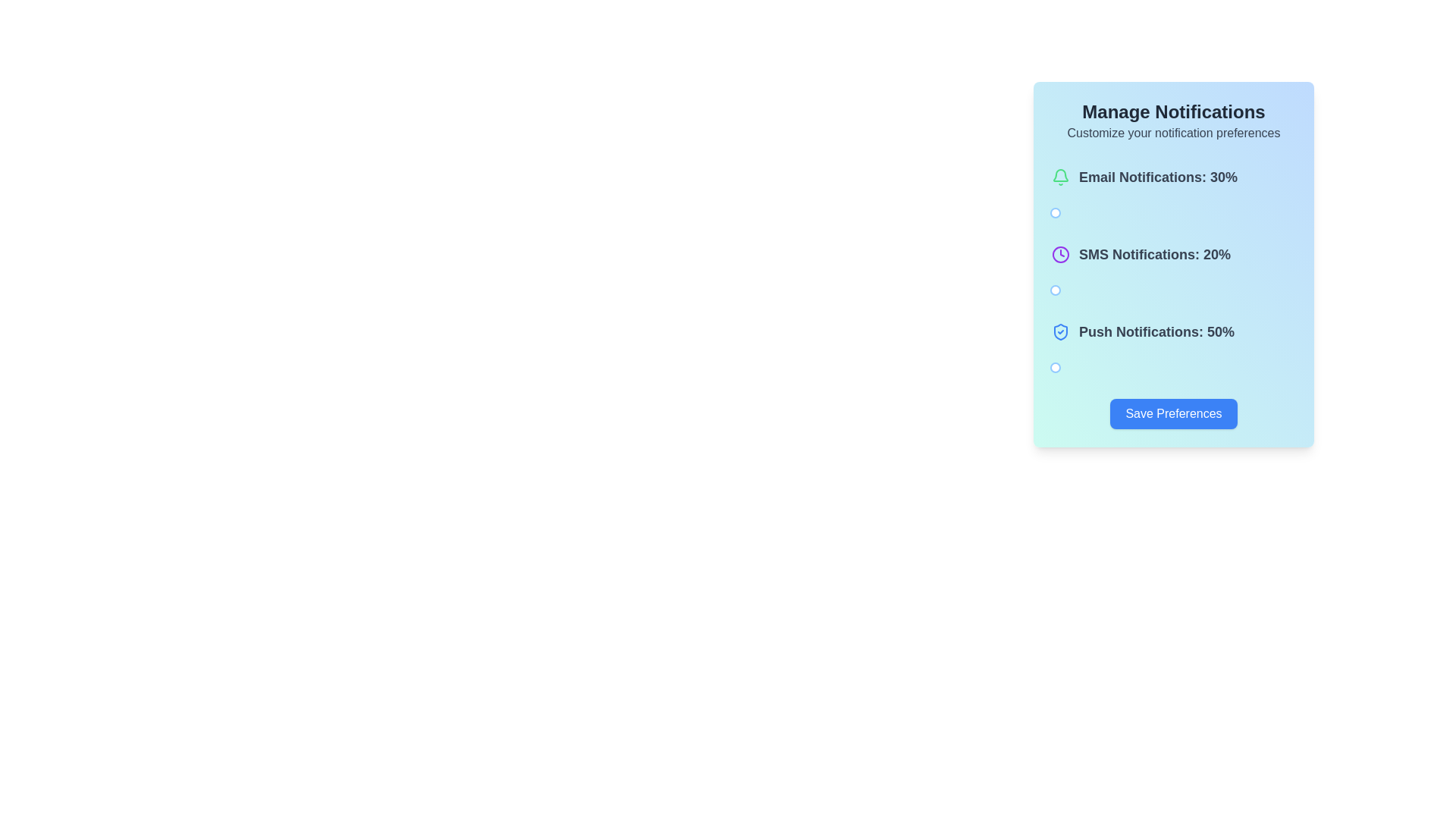 The width and height of the screenshot is (1456, 819). What do you see at coordinates (1055, 290) in the screenshot?
I see `the slider handle for SMS Notifications, which is positioned at 20% along the track` at bounding box center [1055, 290].